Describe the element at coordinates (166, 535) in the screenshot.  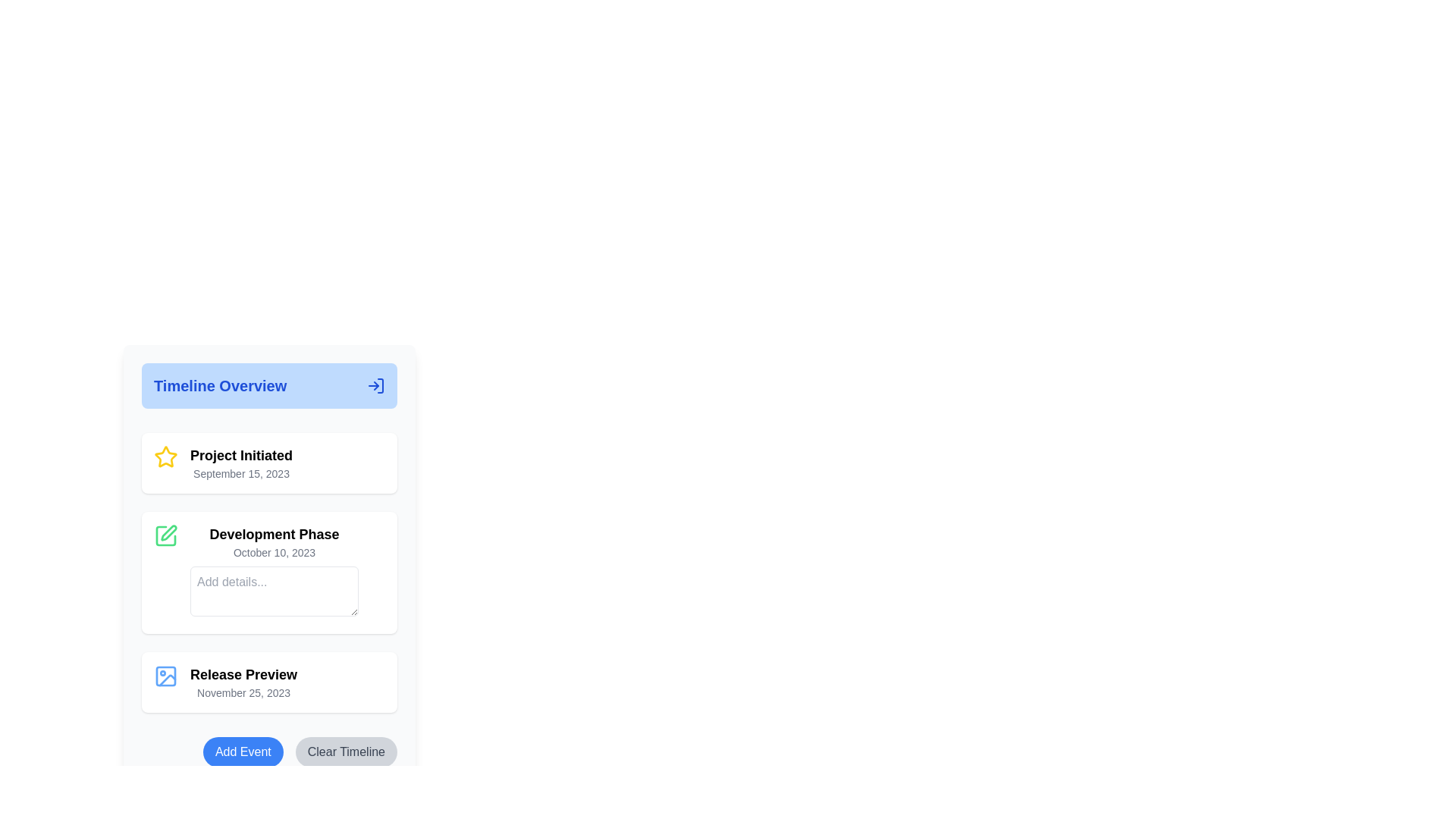
I see `the green pen icon button located in the top-left corner of the 'Development Phase' section` at that location.